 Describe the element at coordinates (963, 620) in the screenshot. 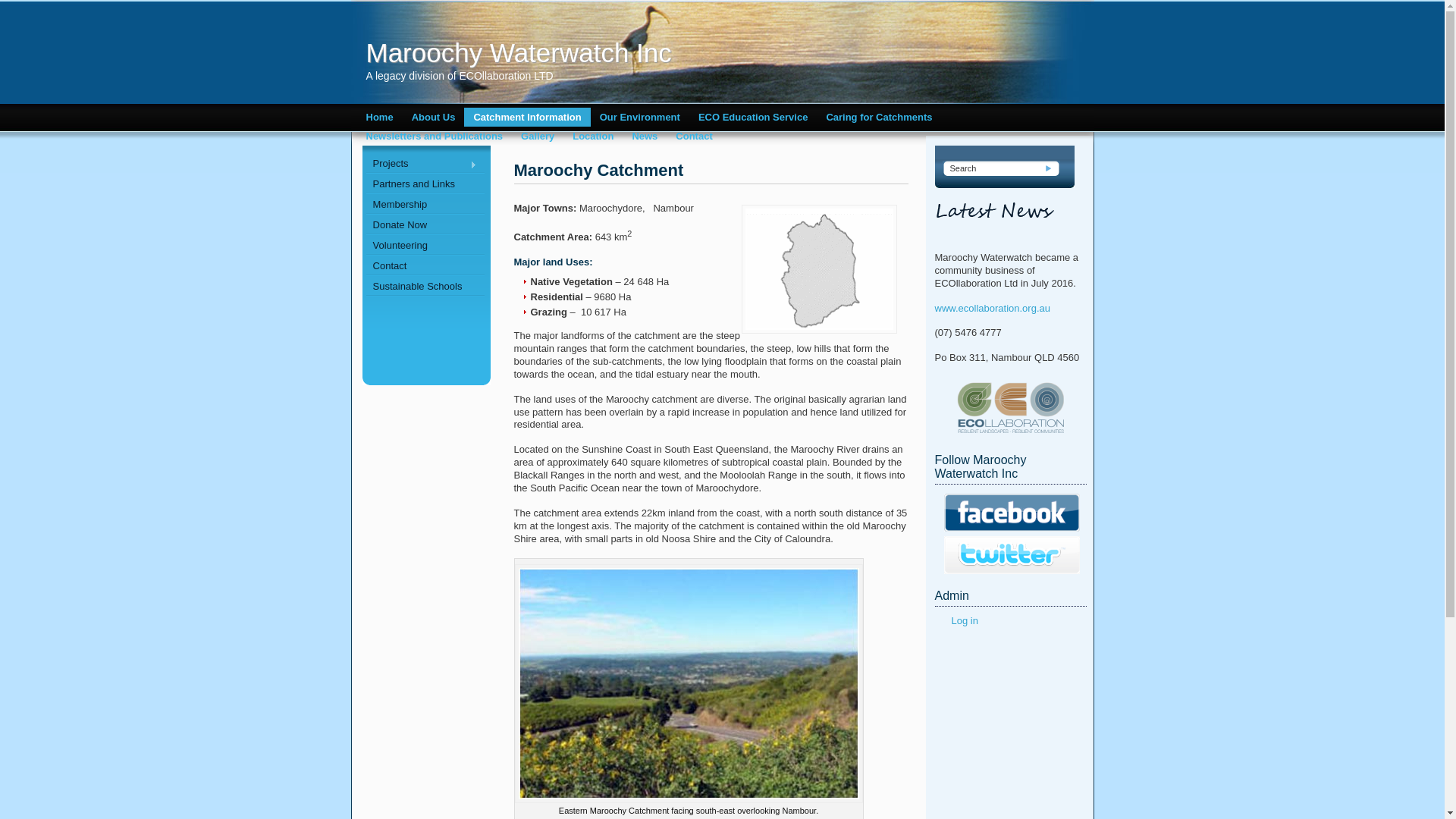

I see `'Log in'` at that location.